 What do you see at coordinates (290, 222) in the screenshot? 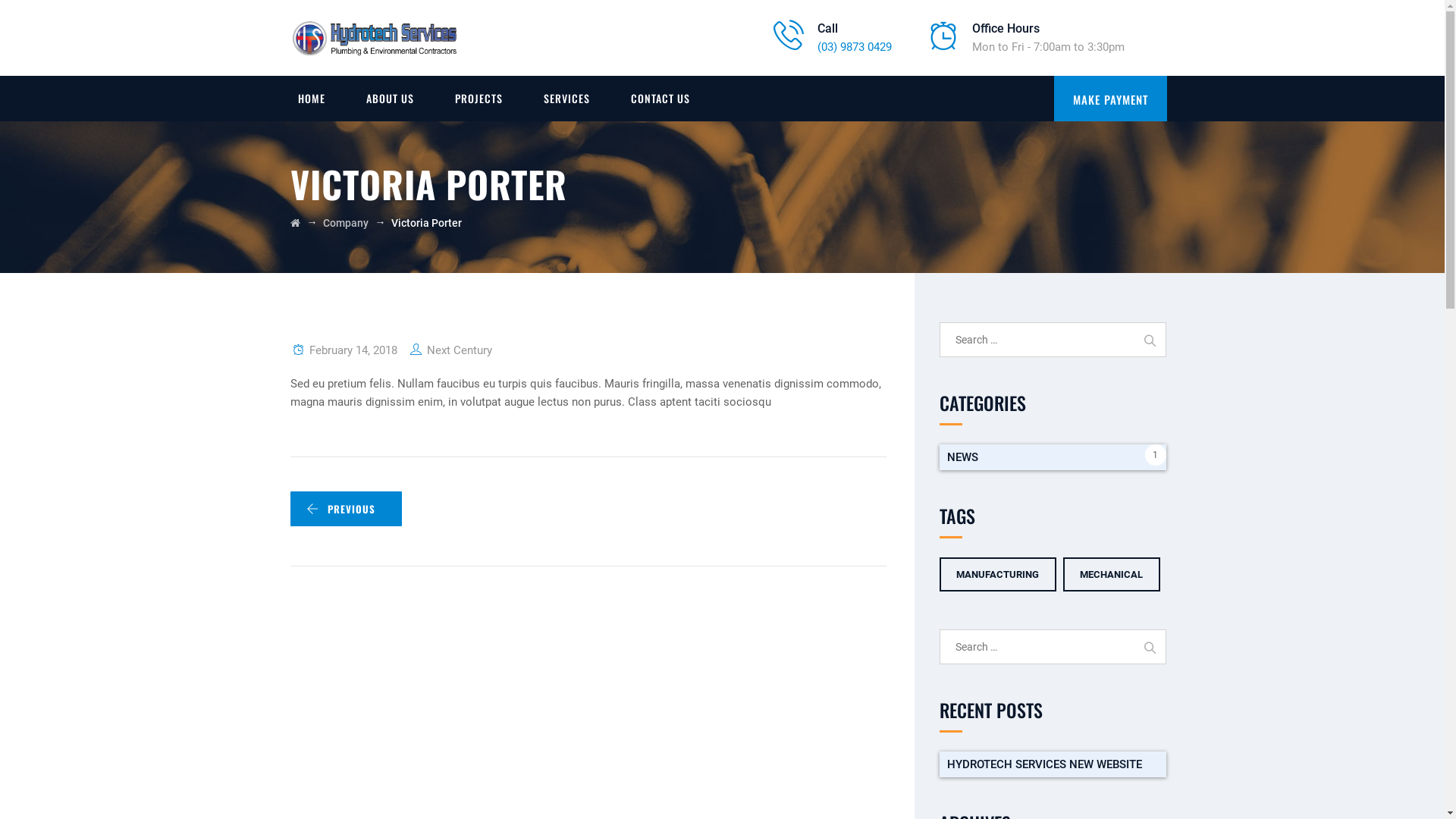
I see `'Go to Hydrotech Services.'` at bounding box center [290, 222].